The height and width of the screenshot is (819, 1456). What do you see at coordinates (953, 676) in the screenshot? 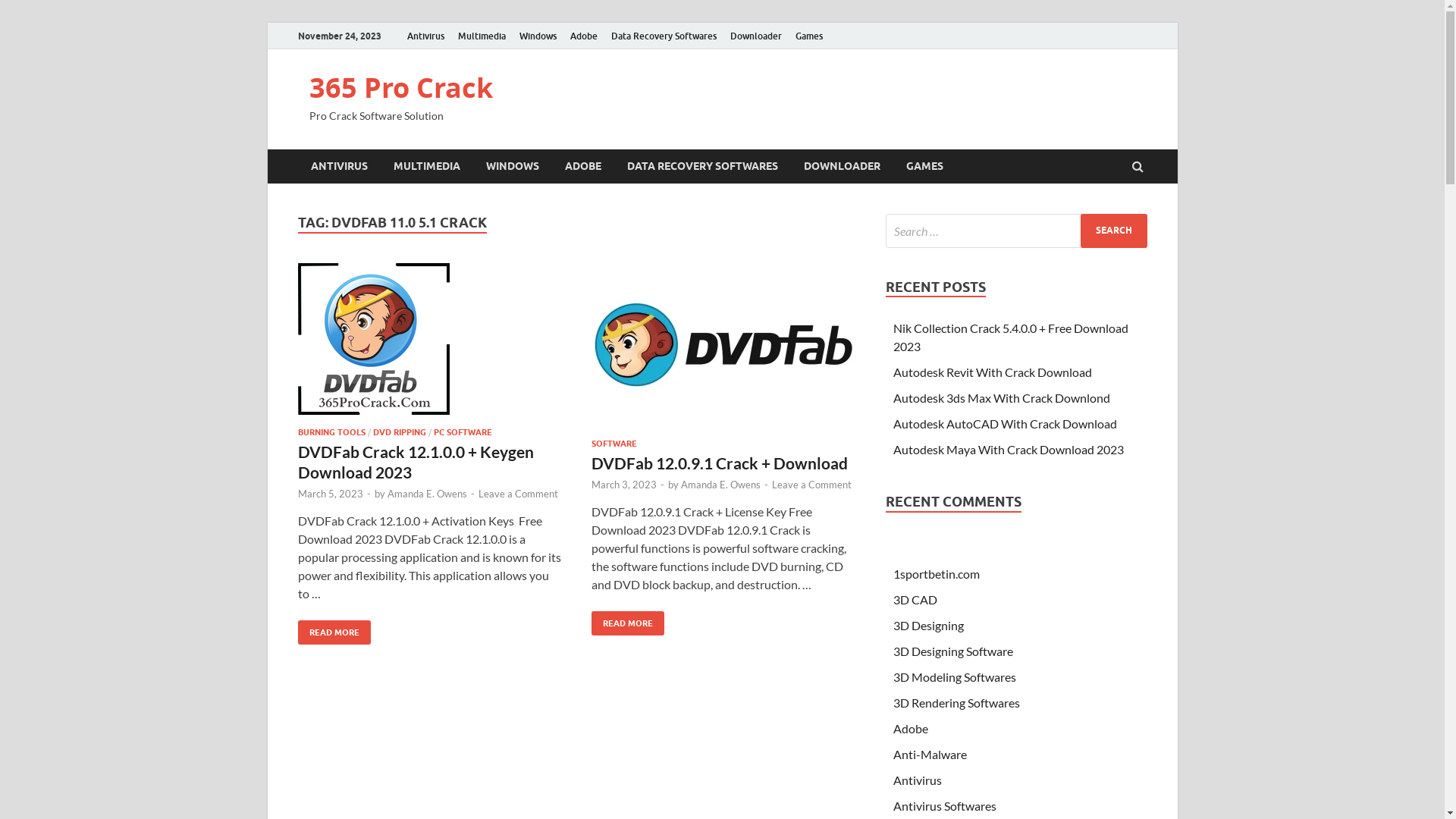
I see `'3D Modeling Softwares'` at bounding box center [953, 676].